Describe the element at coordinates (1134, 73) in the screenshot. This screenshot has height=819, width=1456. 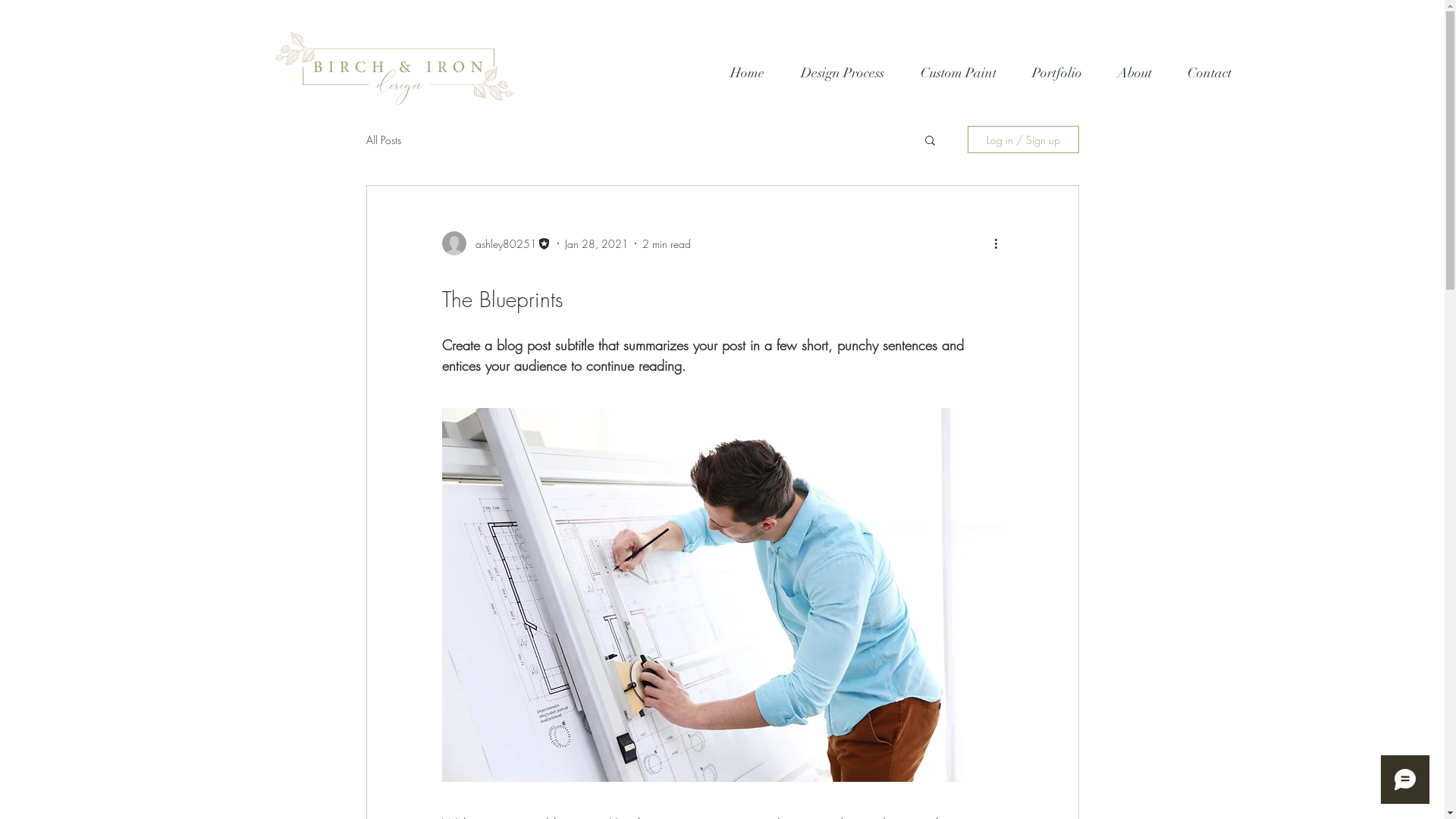
I see `'About'` at that location.